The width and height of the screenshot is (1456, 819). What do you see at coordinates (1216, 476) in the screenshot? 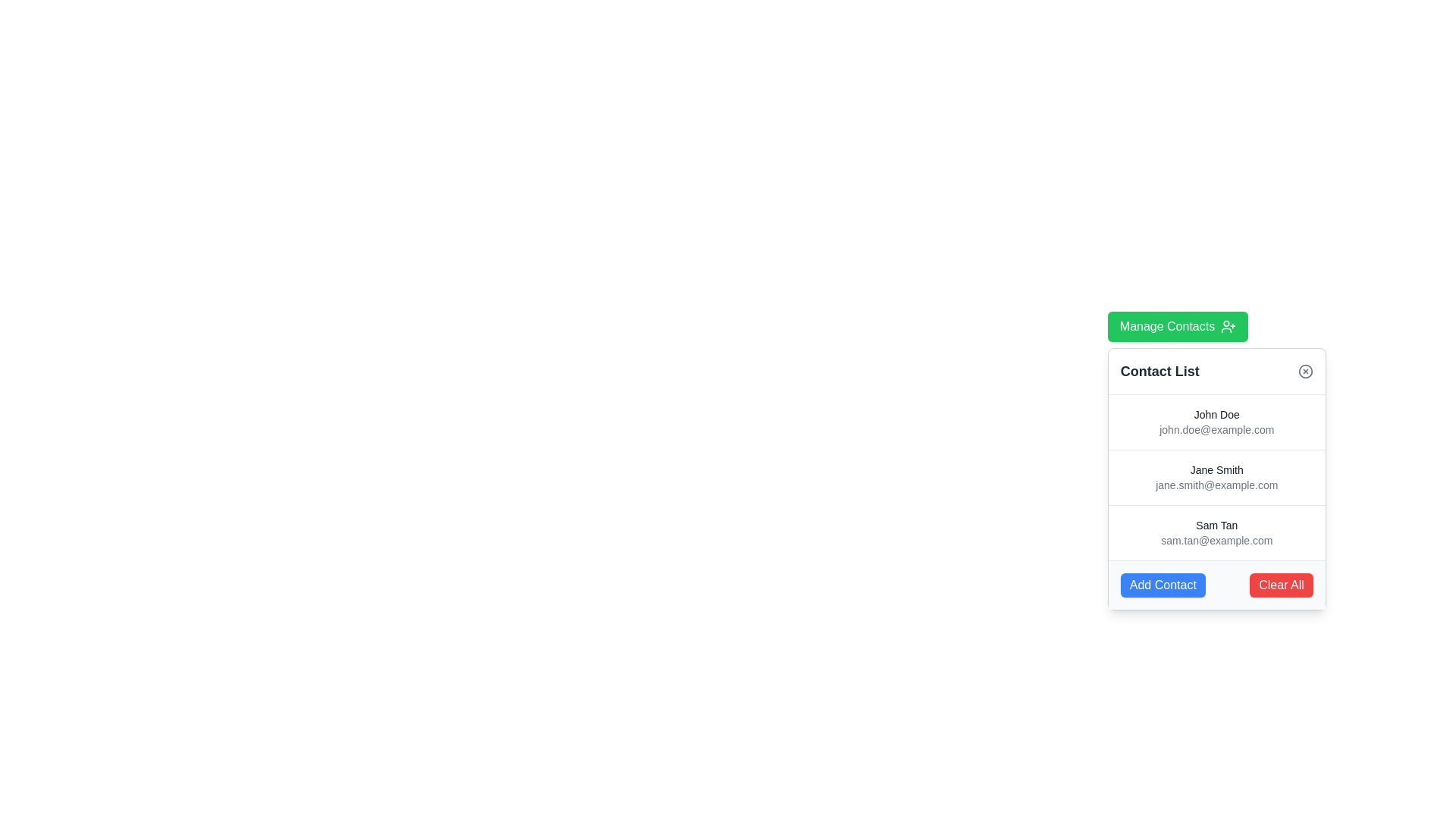
I see `contact name and email for 'Jane Smith', which is the second entry in the contact list below 'John Doe'` at bounding box center [1216, 476].